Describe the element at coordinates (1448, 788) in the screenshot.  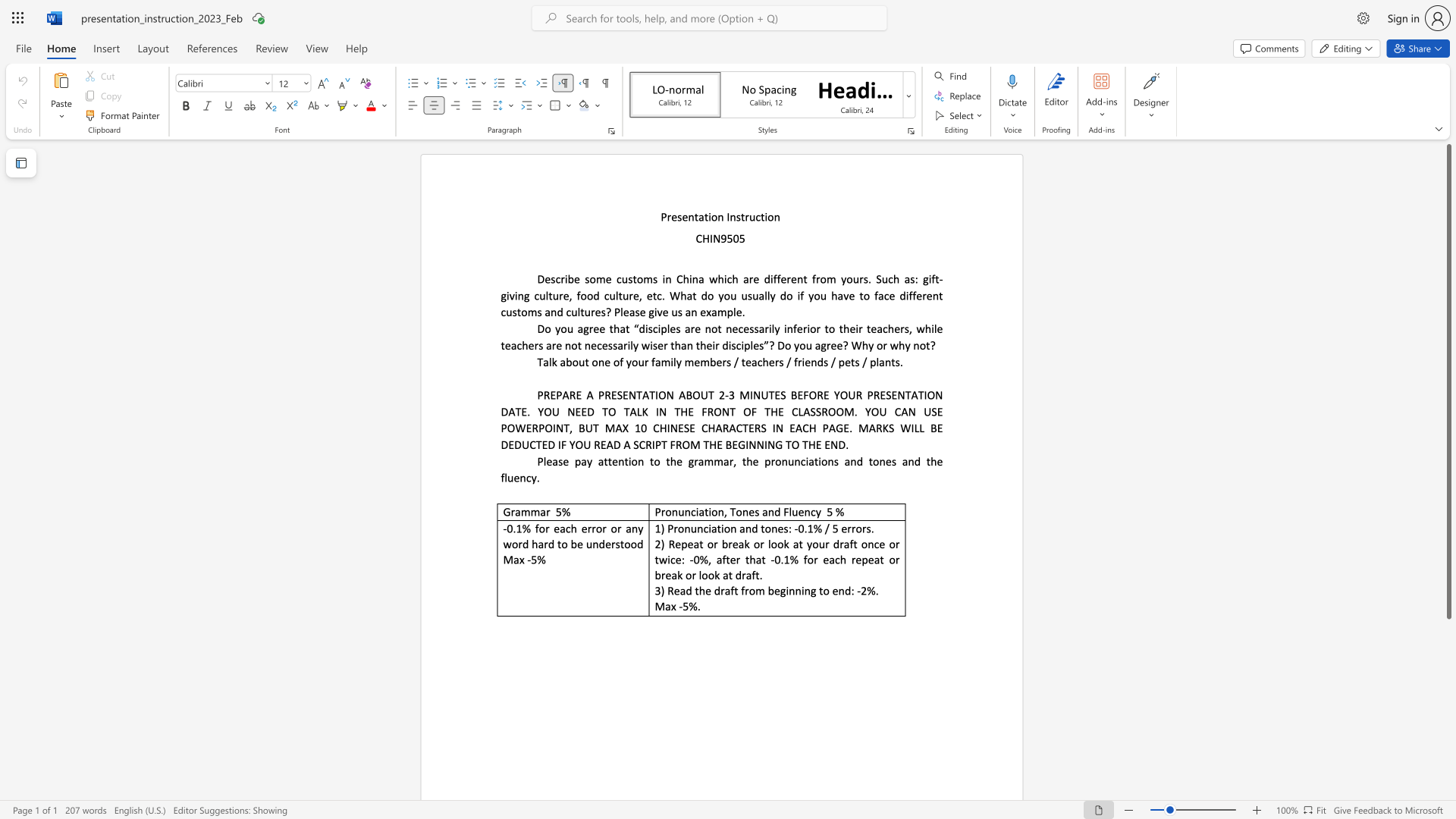
I see `the scrollbar to slide the page down` at that location.